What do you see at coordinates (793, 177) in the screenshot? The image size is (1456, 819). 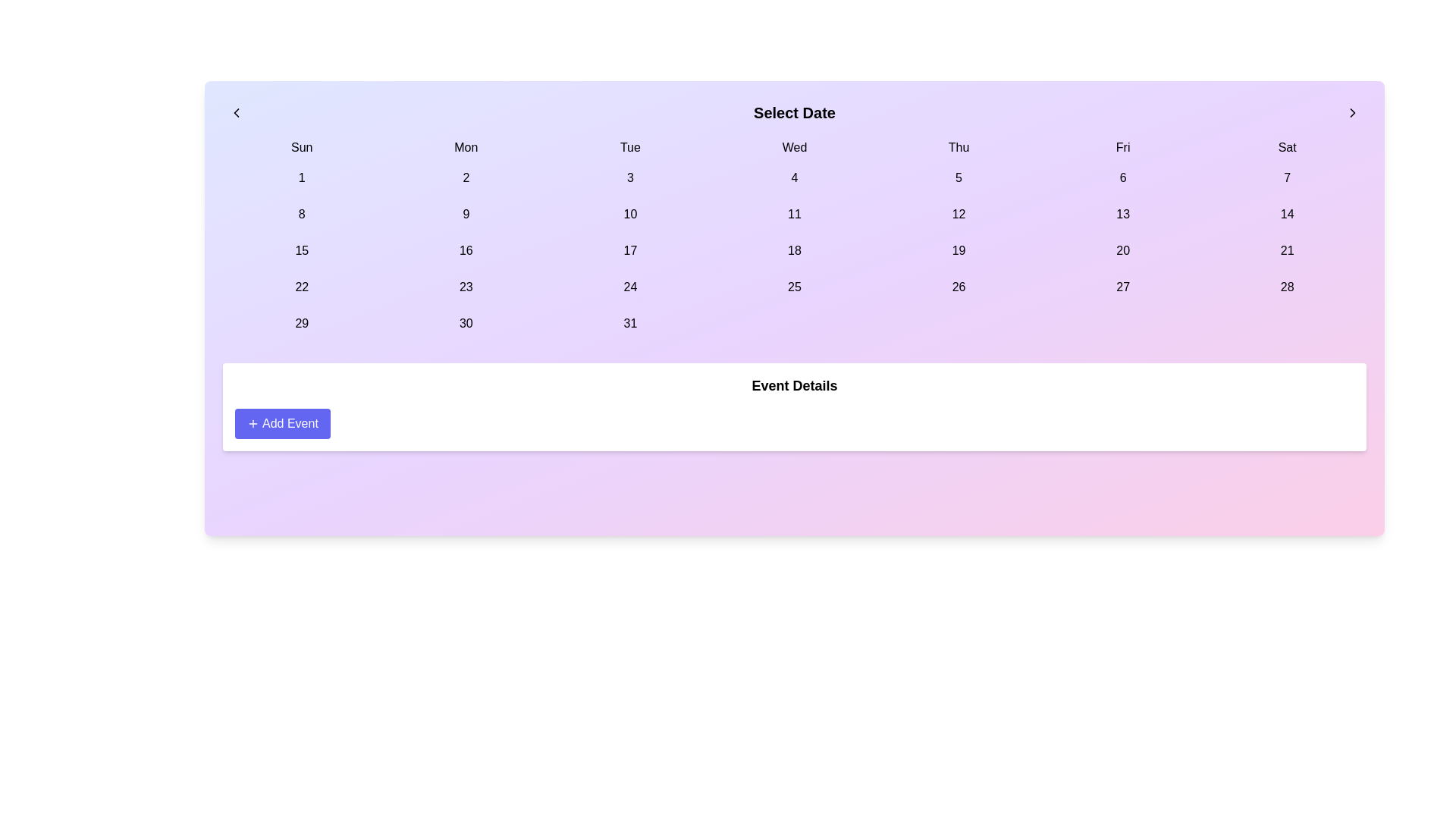 I see `the calendar button representing the date '4', located in the first row and fourth column for Wednesday` at bounding box center [793, 177].